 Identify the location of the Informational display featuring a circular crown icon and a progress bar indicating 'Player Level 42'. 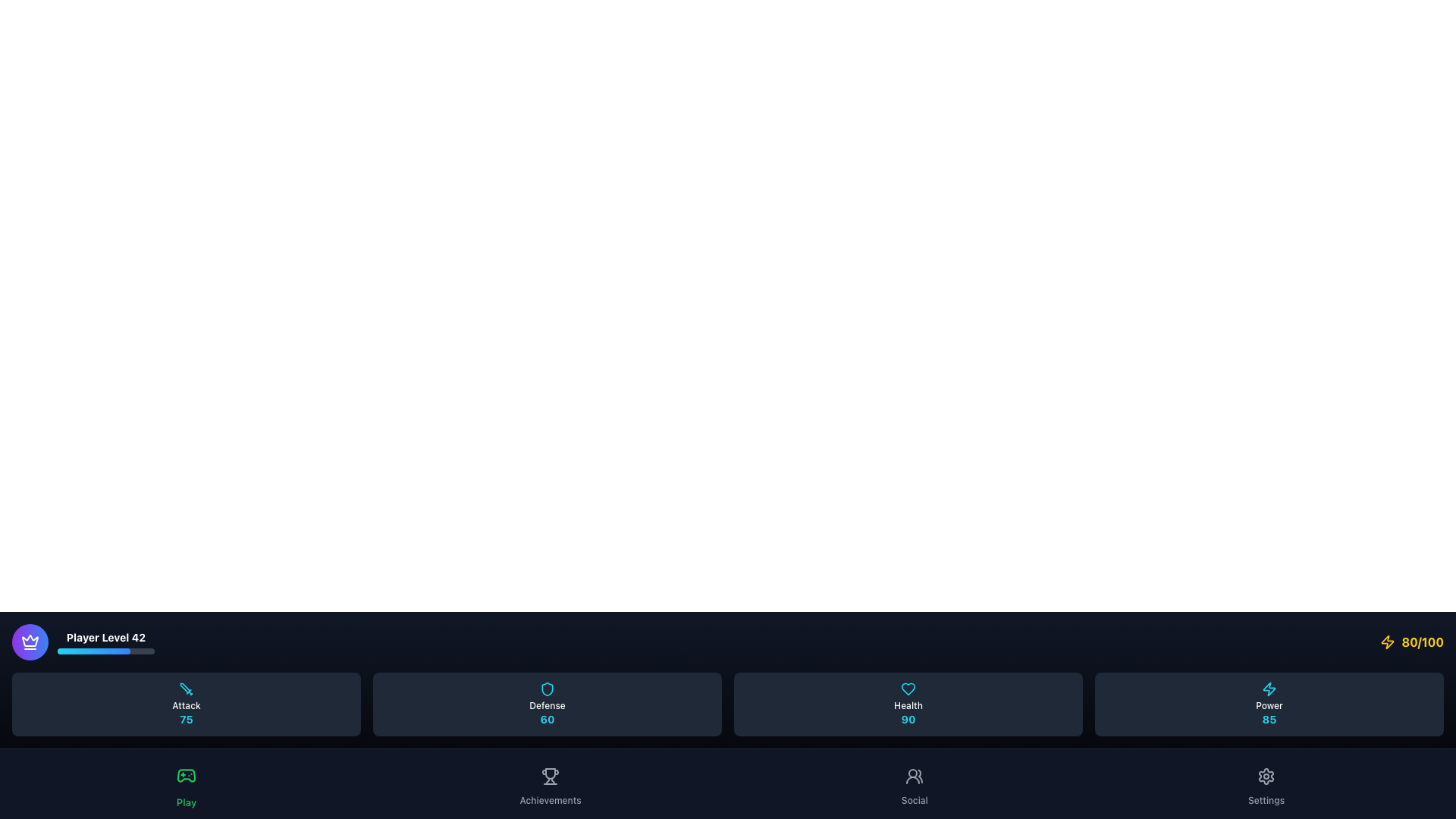
(83, 642).